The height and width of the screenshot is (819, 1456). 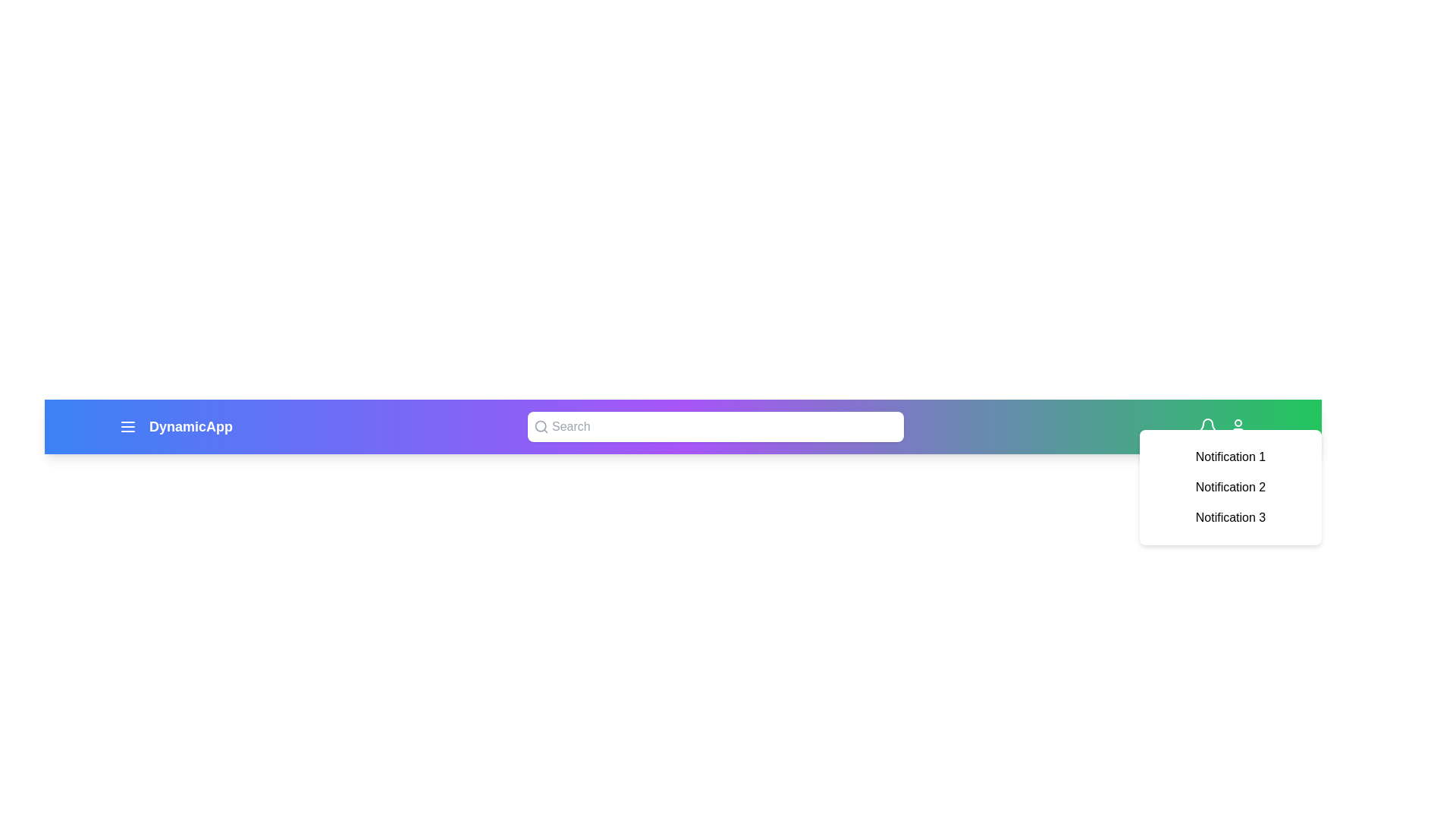 I want to click on the menu icon to toggle the navigation menu, so click(x=127, y=427).